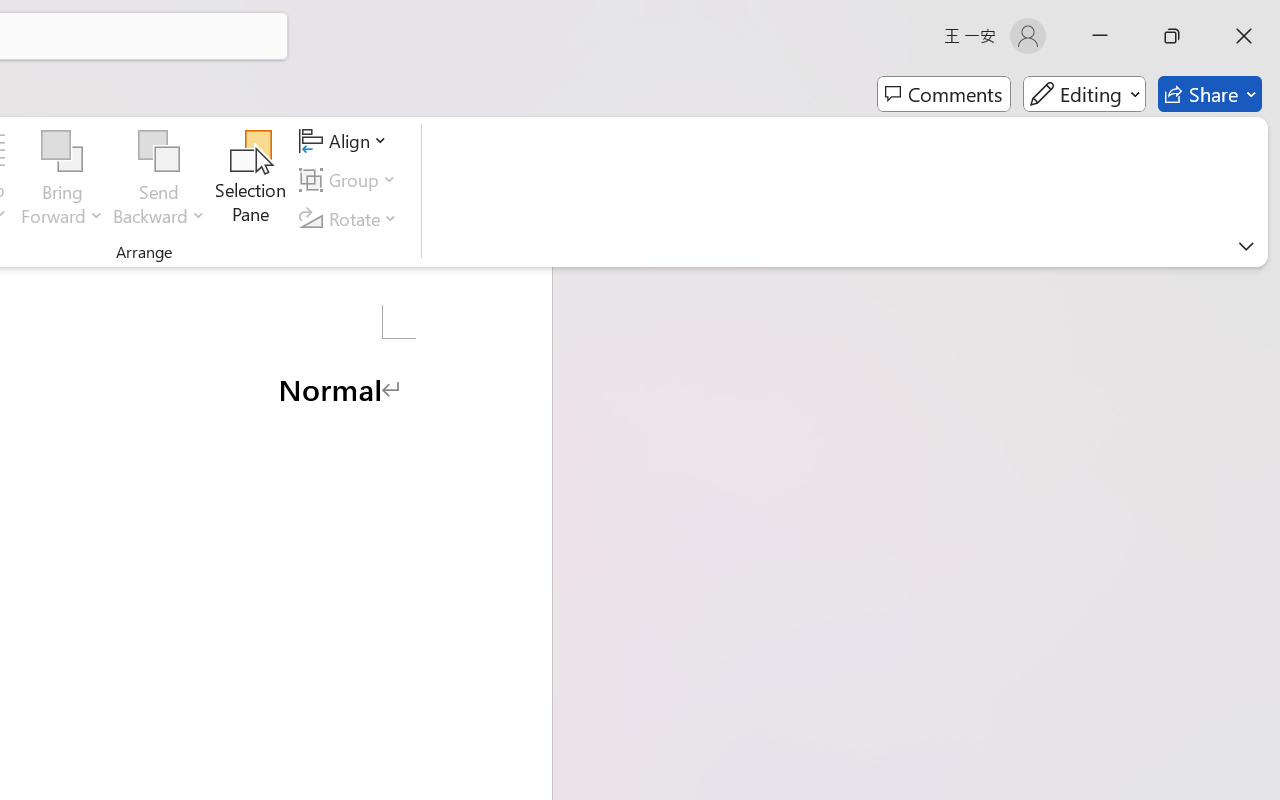  Describe the element at coordinates (158, 179) in the screenshot. I see `'Send Backward'` at that location.